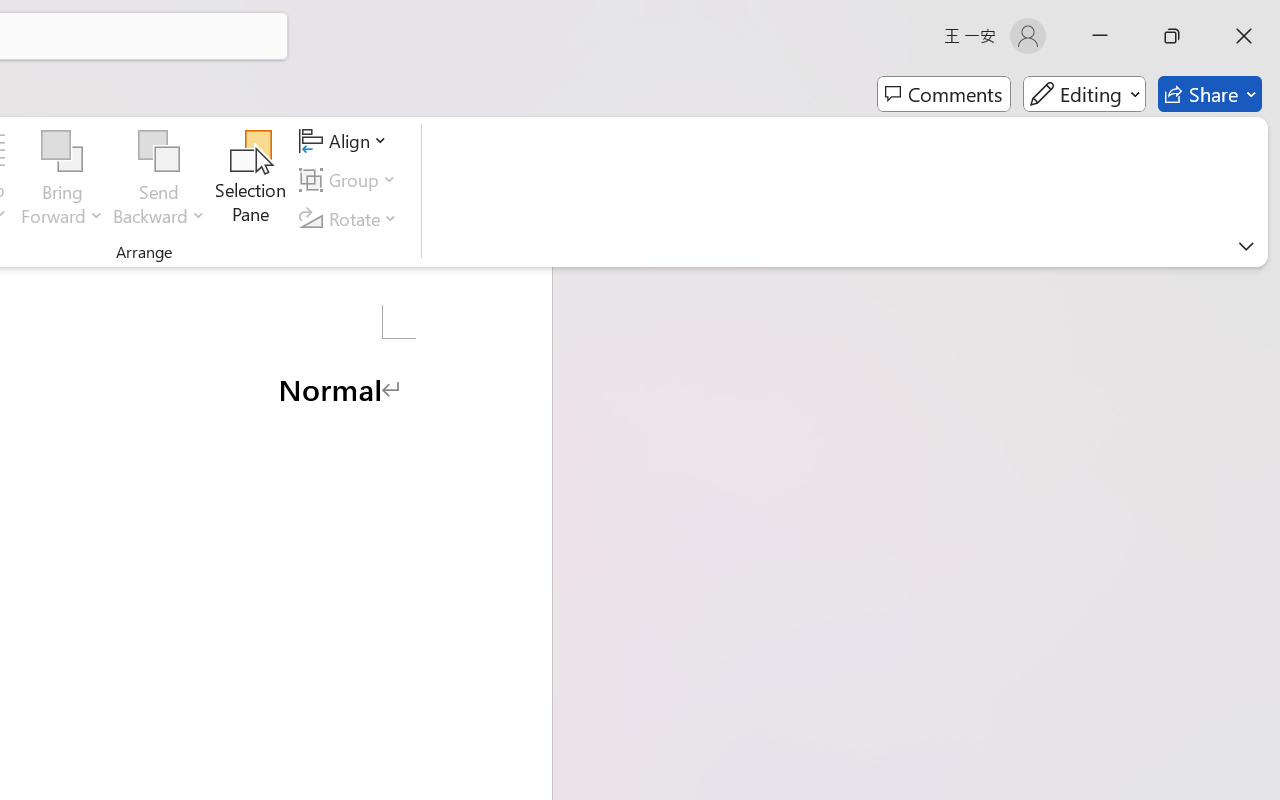  Describe the element at coordinates (158, 179) in the screenshot. I see `'Send Backward'` at that location.